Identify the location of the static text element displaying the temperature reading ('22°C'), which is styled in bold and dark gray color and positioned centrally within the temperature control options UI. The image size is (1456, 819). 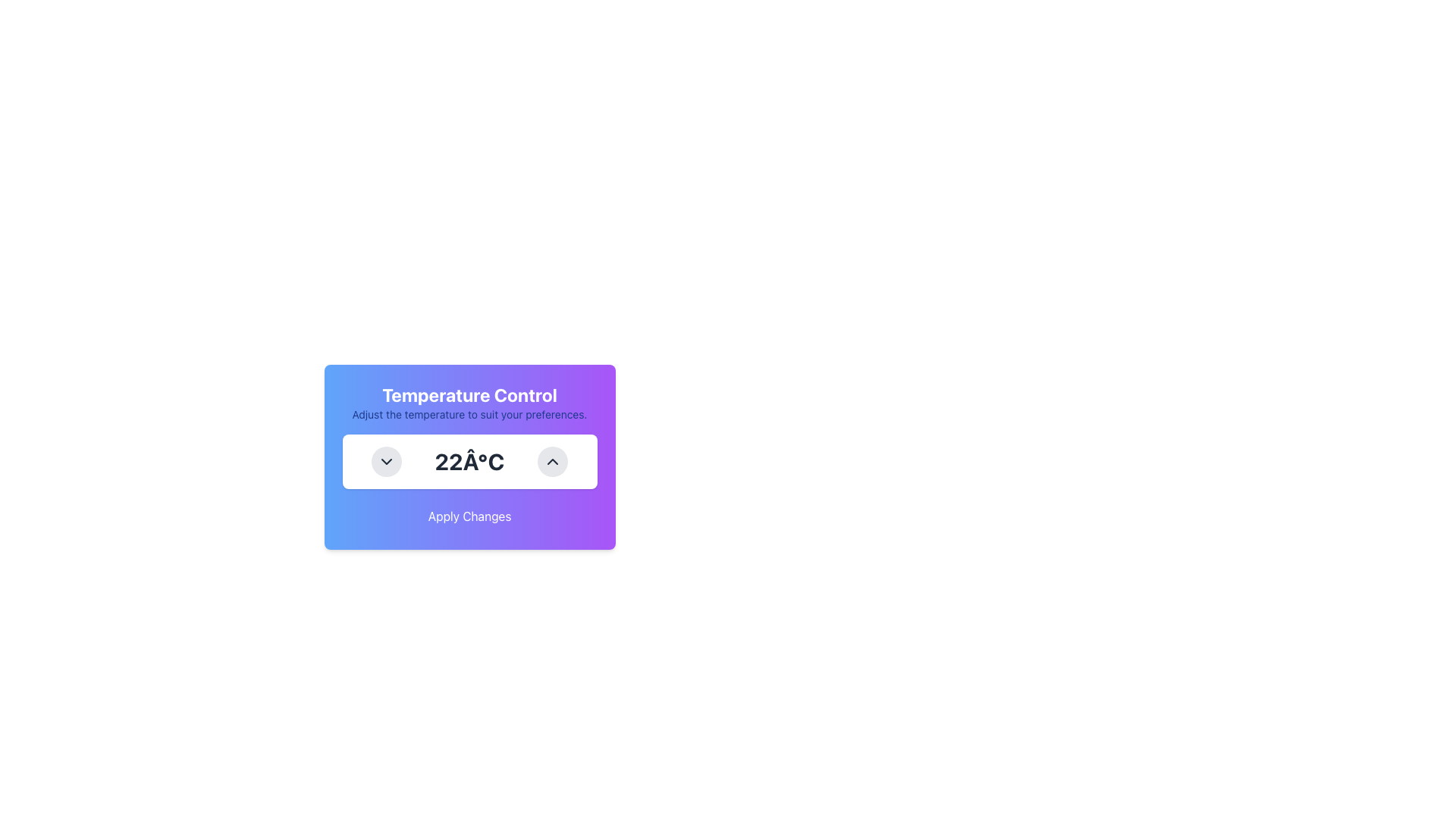
(469, 461).